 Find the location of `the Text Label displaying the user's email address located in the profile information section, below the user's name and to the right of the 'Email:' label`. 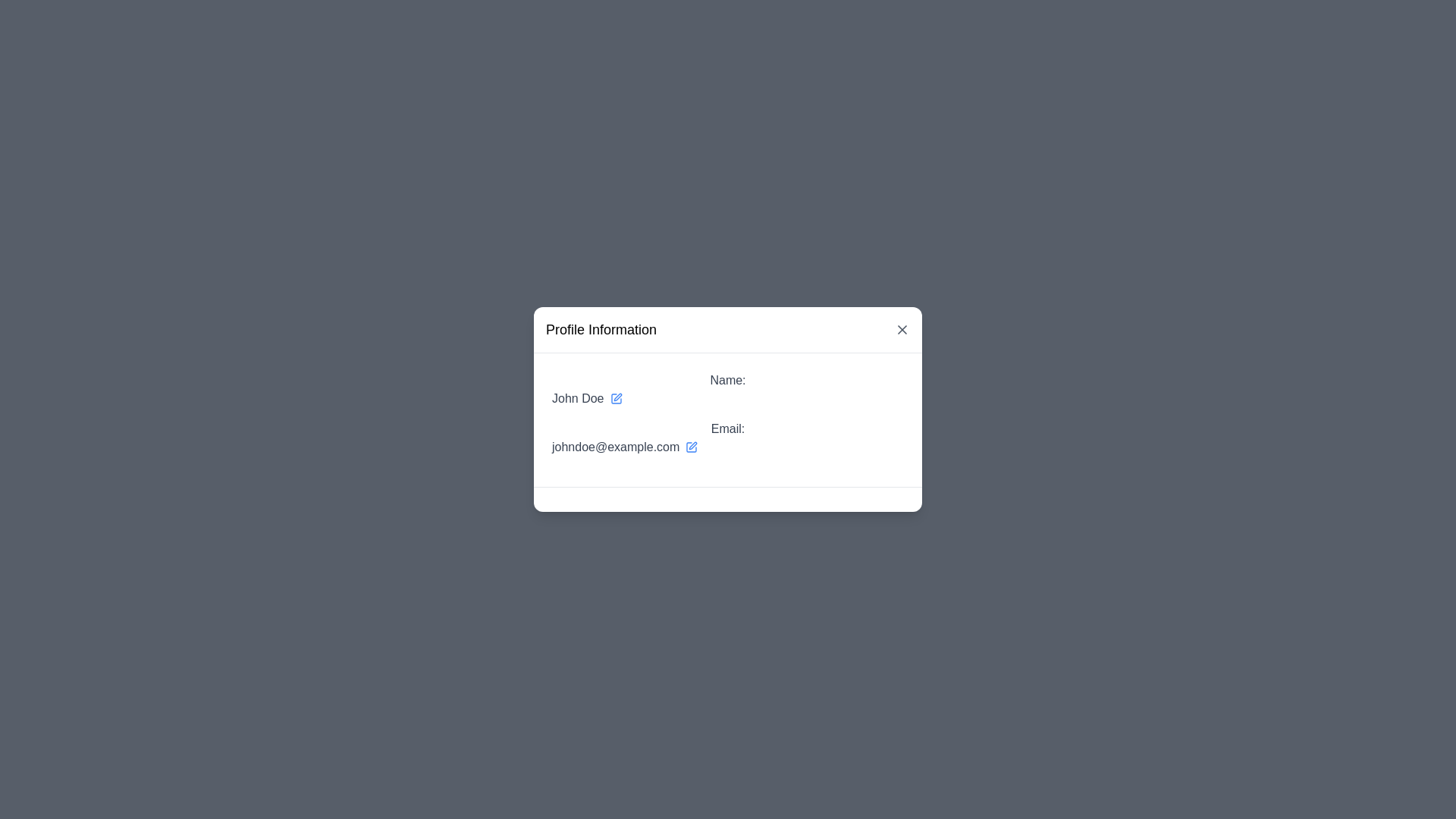

the Text Label displaying the user's email address located in the profile information section, below the user's name and to the right of the 'Email:' label is located at coordinates (616, 447).